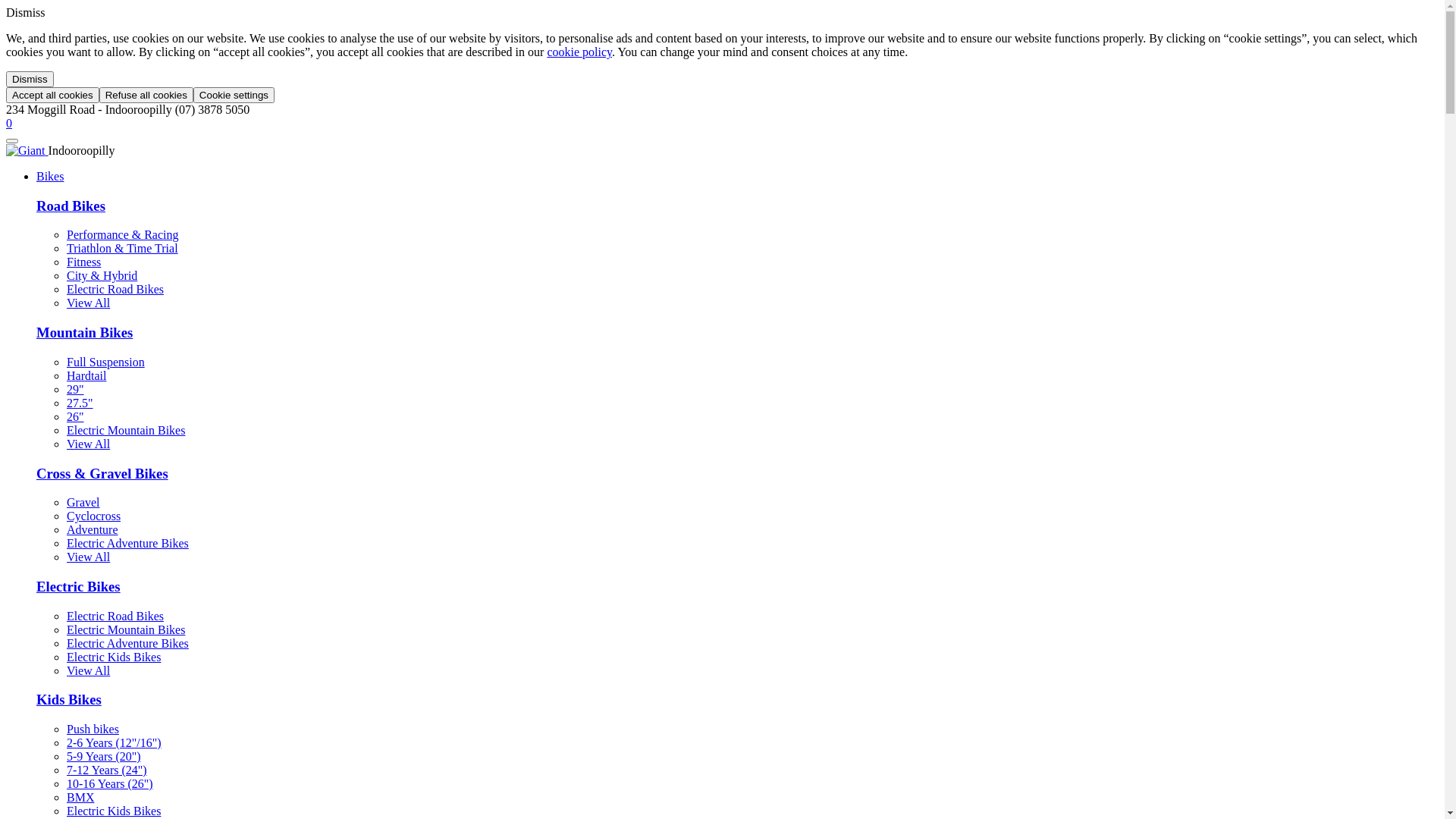 The image size is (1456, 819). What do you see at coordinates (87, 444) in the screenshot?
I see `'View All'` at bounding box center [87, 444].